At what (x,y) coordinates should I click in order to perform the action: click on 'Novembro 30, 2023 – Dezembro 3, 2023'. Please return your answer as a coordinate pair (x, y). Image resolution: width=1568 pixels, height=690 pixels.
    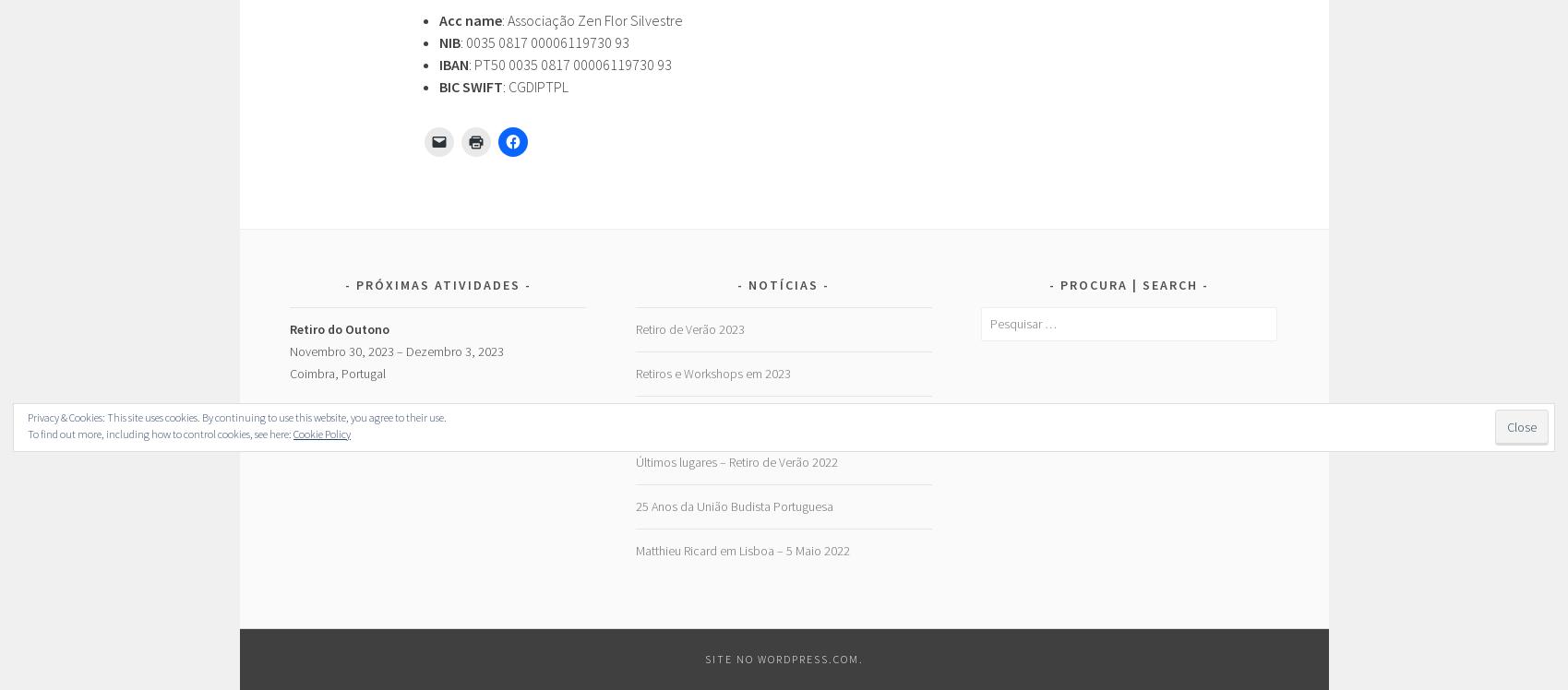
    Looking at the image, I should click on (397, 350).